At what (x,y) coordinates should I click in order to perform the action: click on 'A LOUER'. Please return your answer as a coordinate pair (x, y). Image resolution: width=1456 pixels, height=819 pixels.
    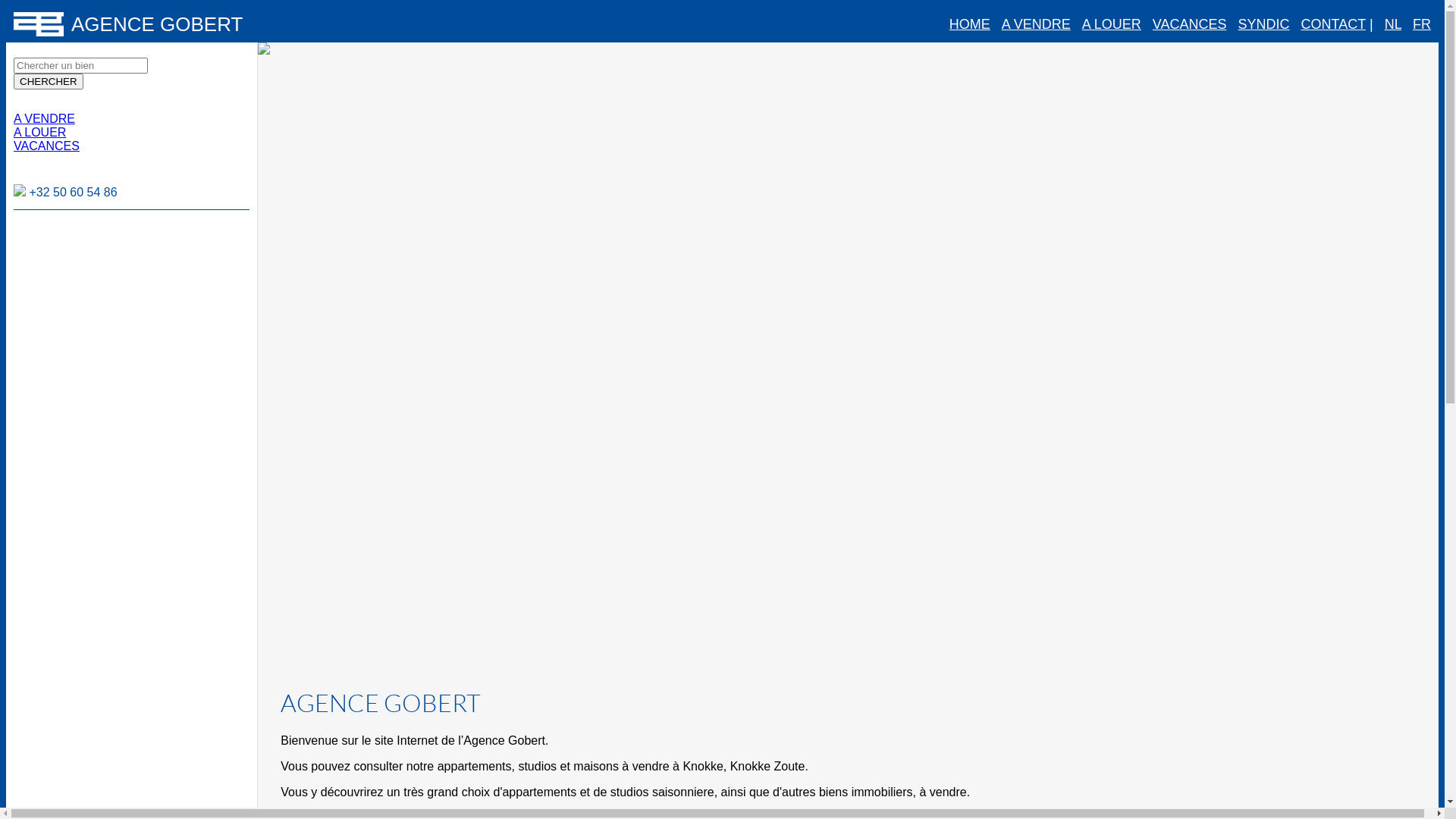
    Looking at the image, I should click on (39, 131).